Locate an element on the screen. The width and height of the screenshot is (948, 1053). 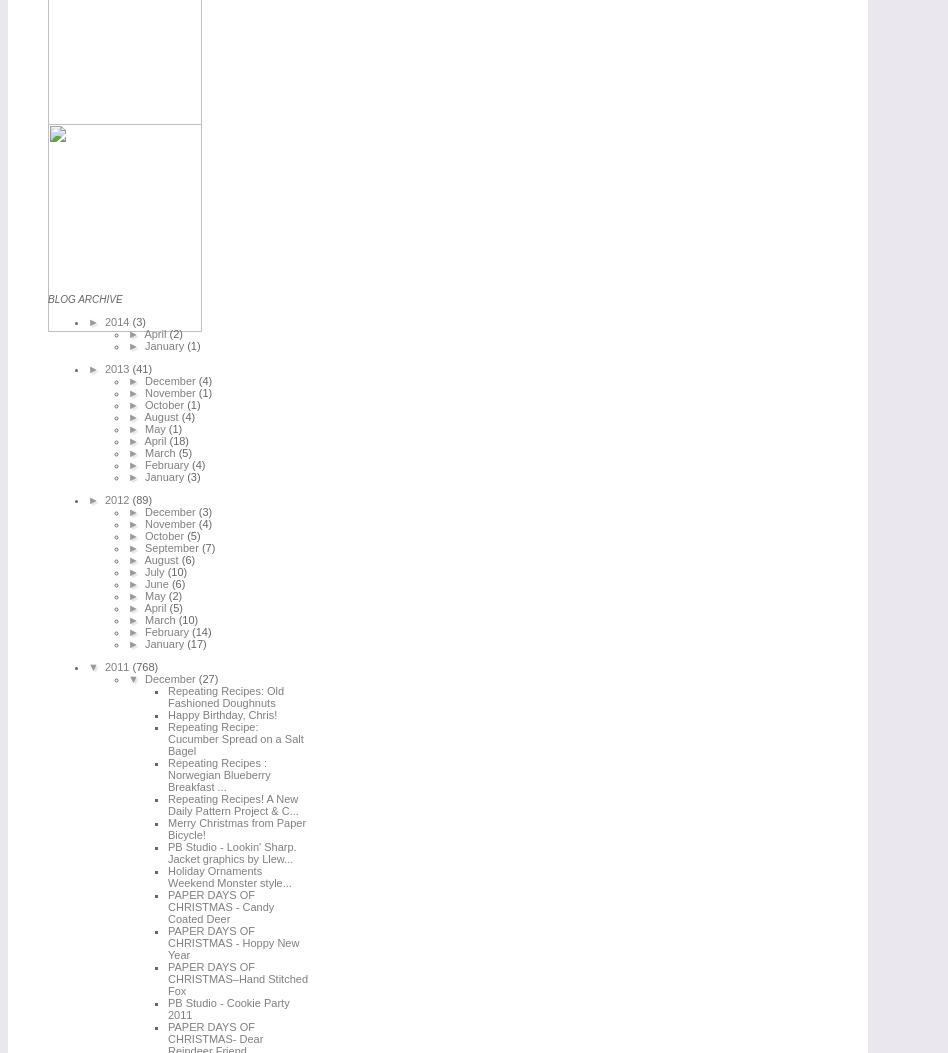
'(18)' is located at coordinates (177, 439).